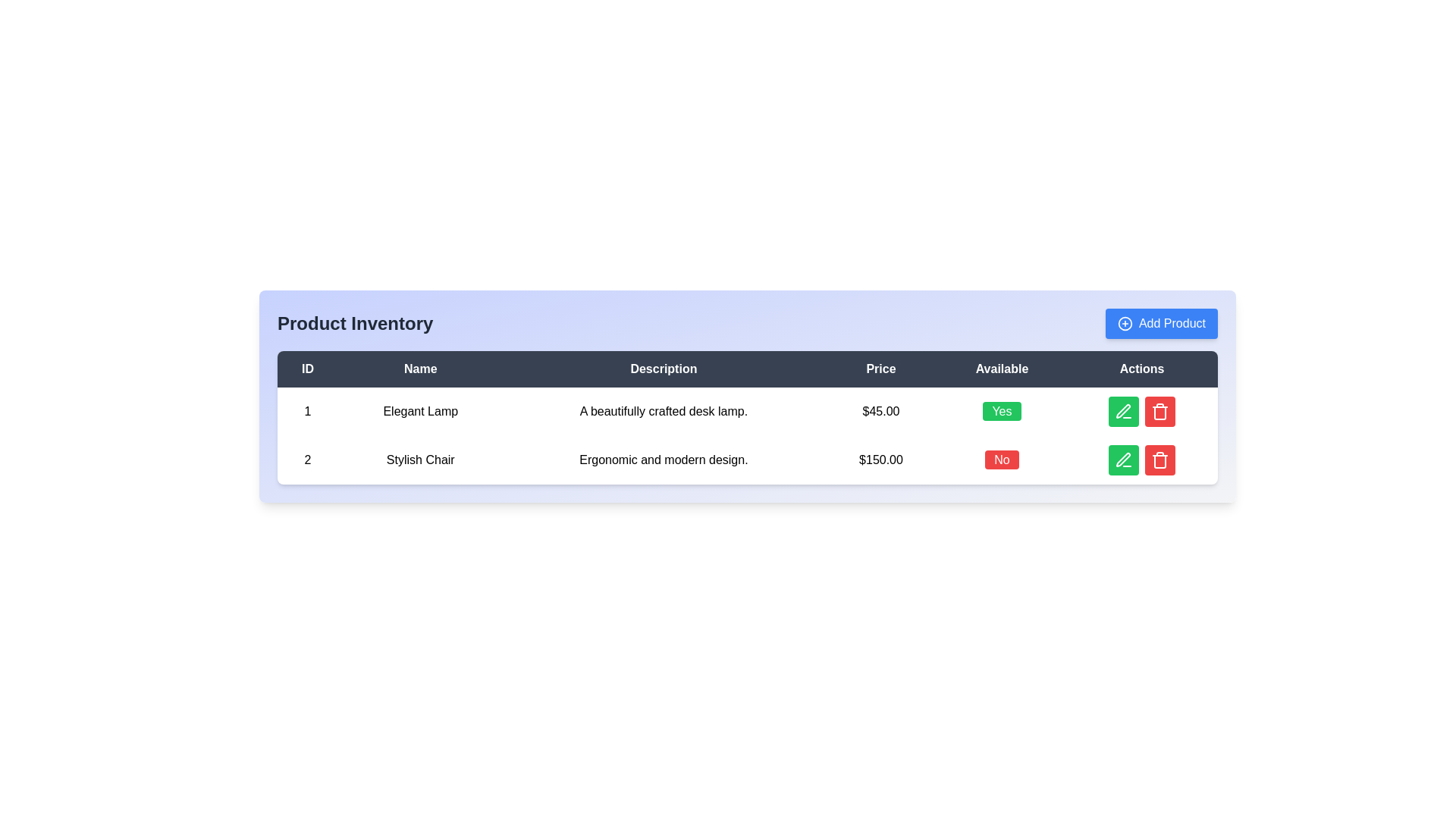  I want to click on the red button with a trash bin icon located in the second row of the 'Actions' column, so click(1159, 412).